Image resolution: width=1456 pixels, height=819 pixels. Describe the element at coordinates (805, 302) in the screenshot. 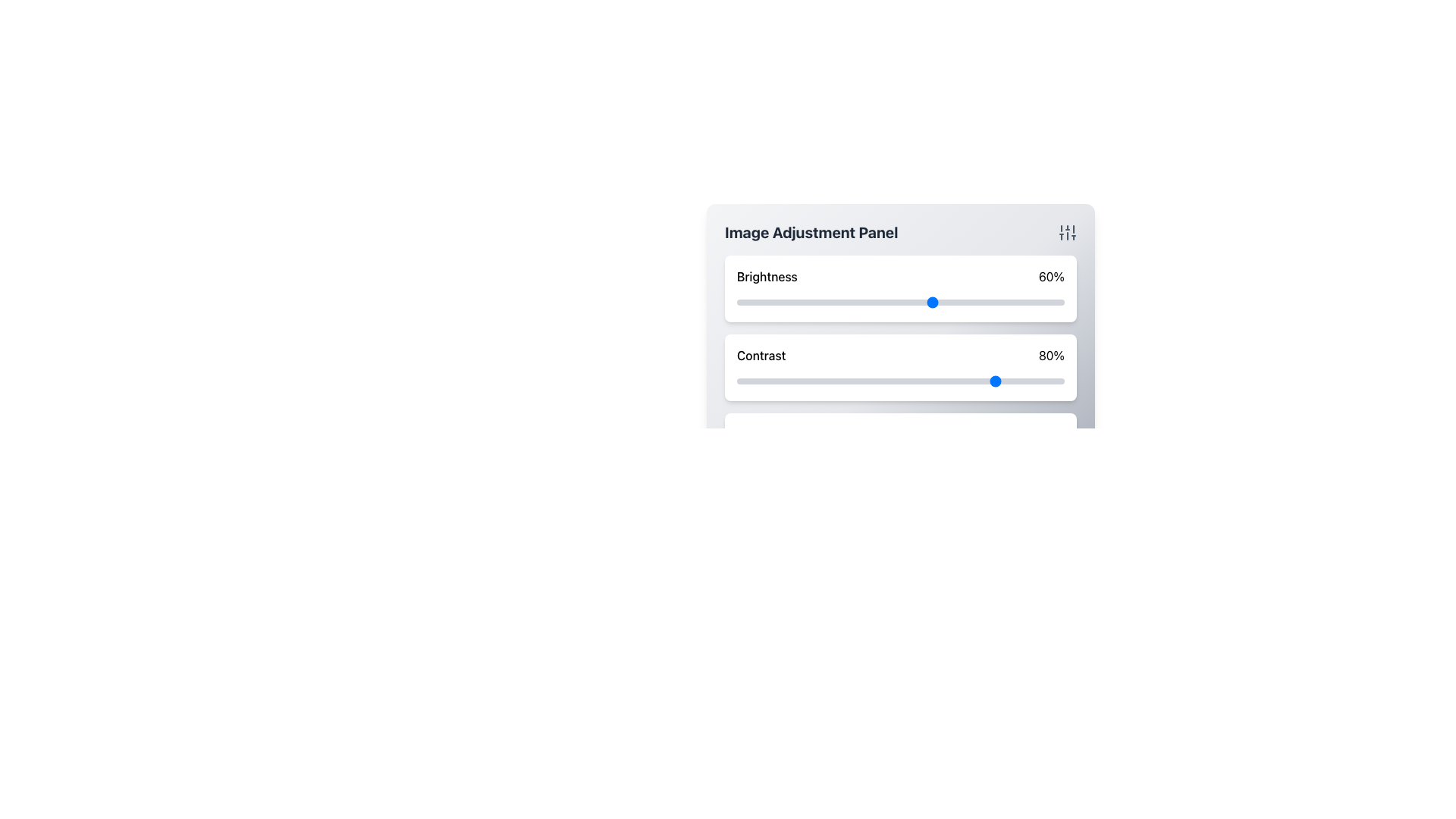

I see `the brightness` at that location.